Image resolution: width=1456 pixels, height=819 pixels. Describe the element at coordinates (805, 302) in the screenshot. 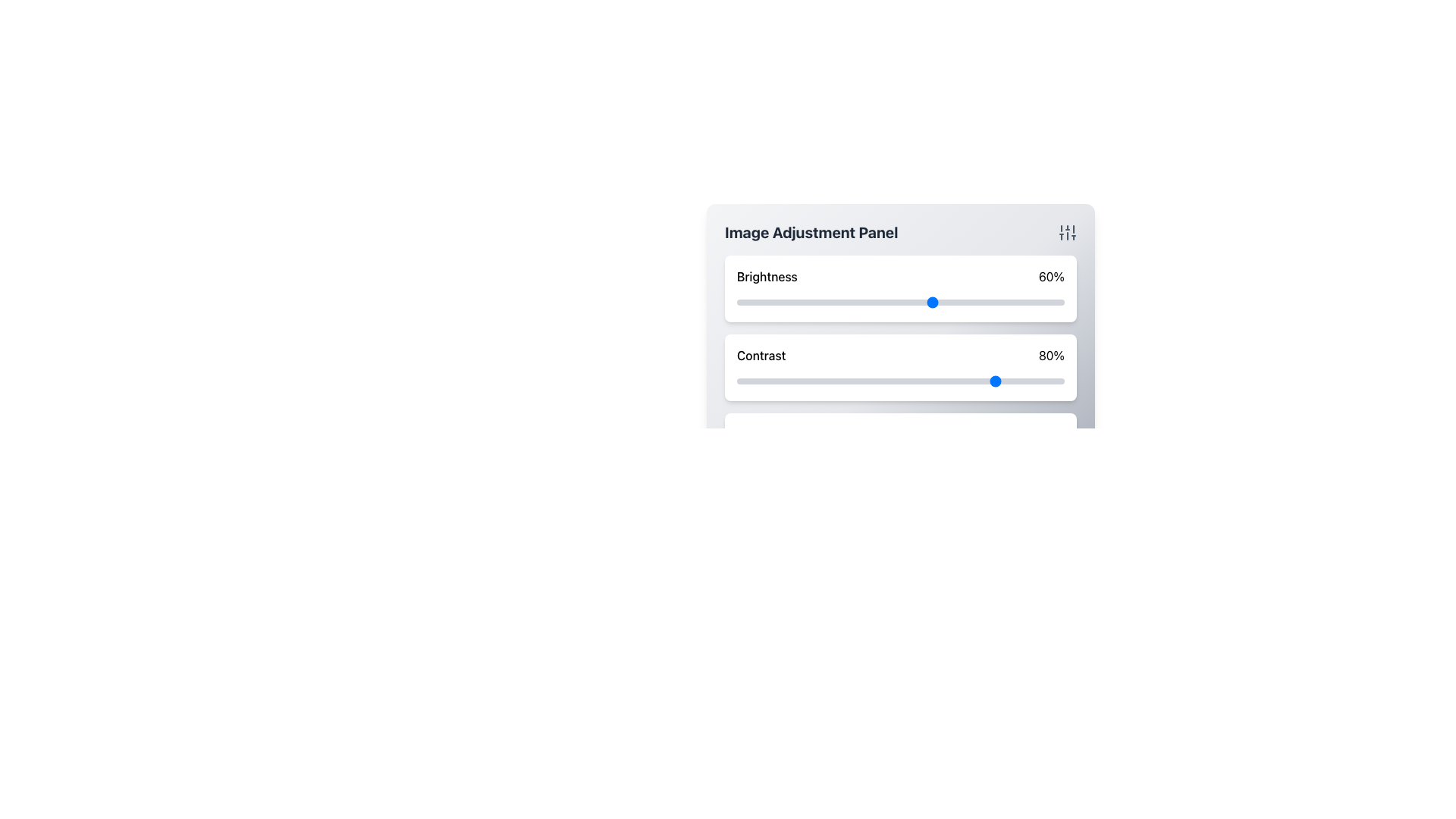

I see `the brightness` at that location.